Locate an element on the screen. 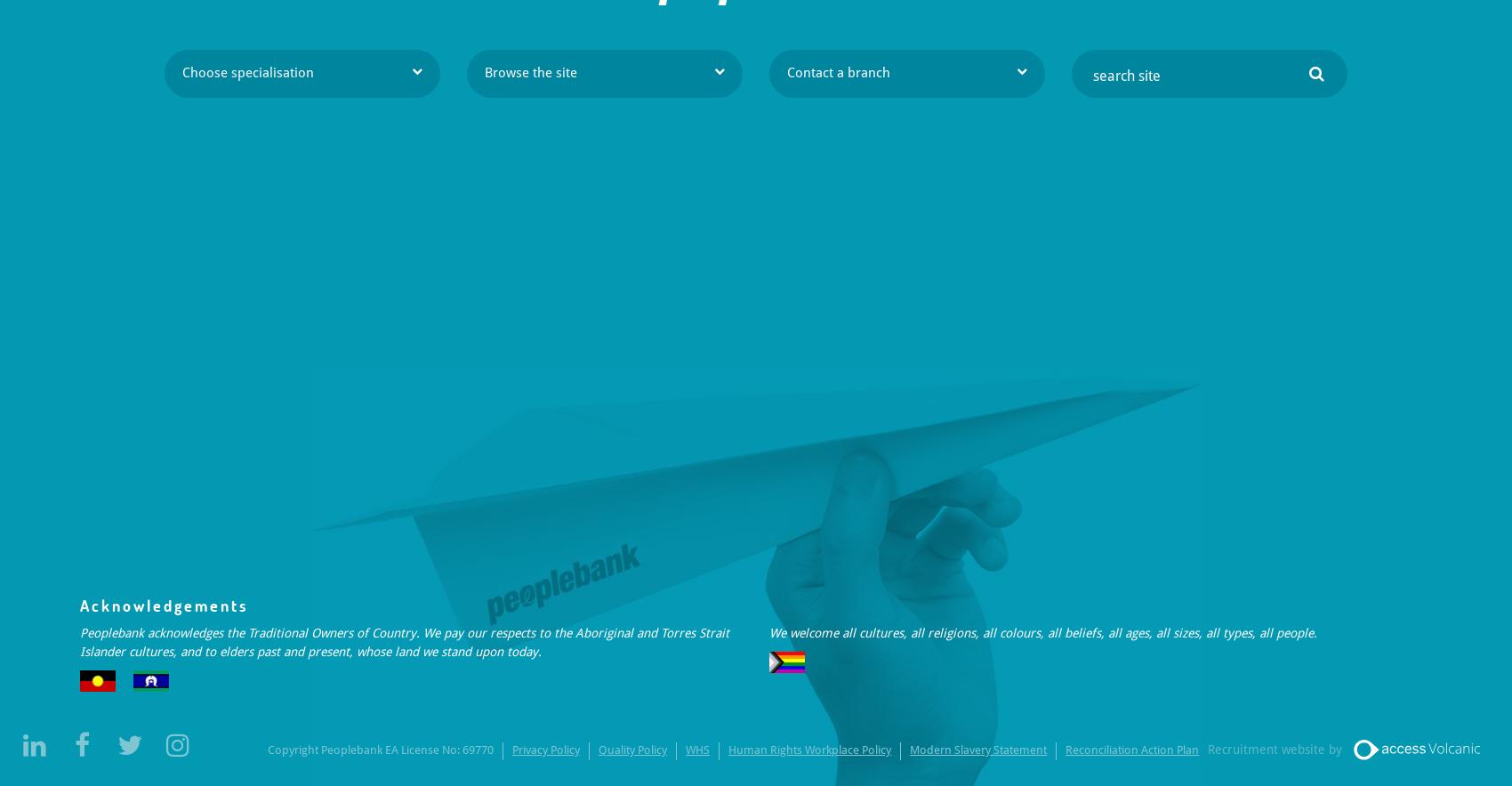  'Quality Policy' is located at coordinates (599, 750).